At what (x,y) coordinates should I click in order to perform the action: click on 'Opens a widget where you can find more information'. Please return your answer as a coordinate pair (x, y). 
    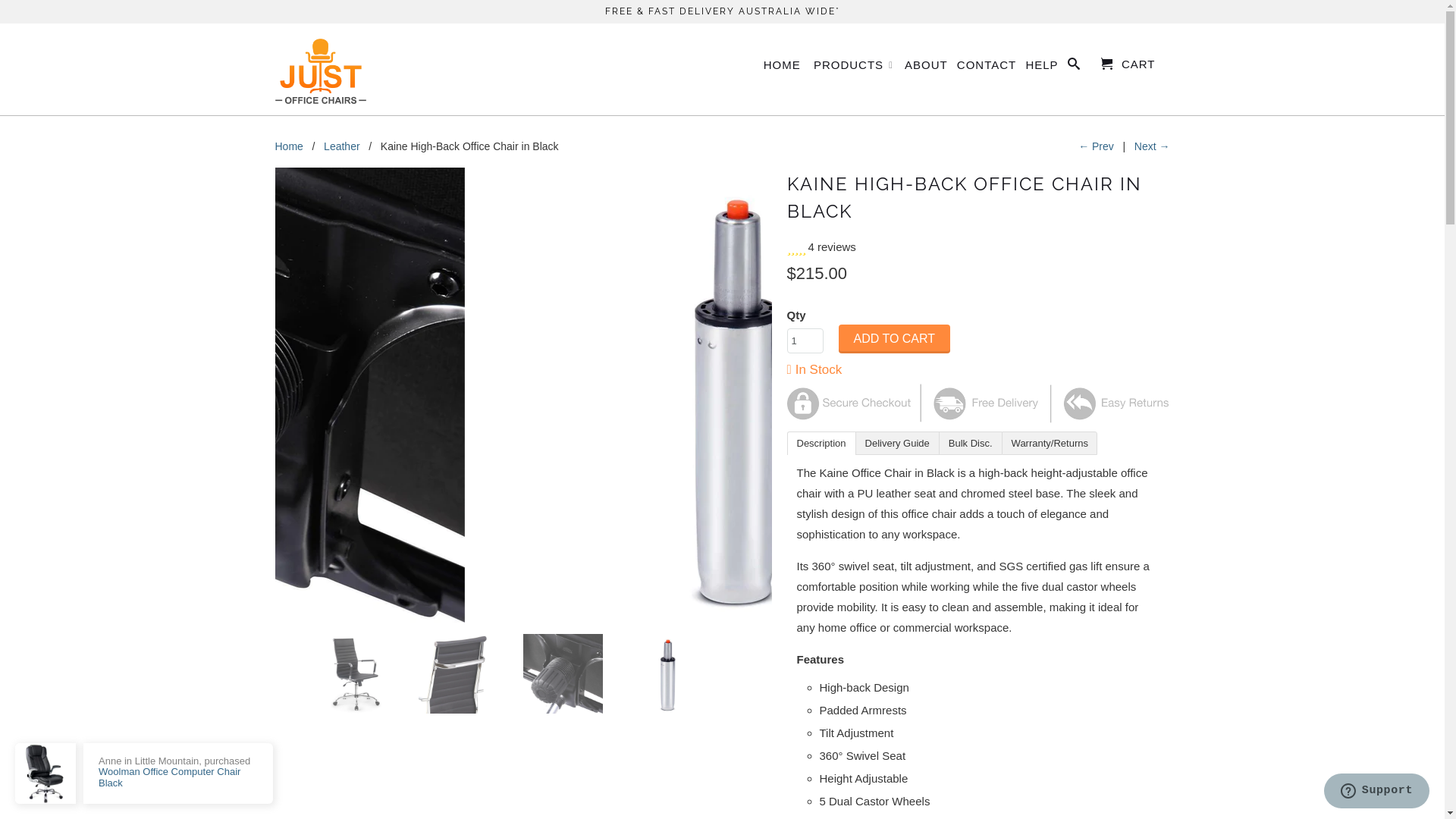
    Looking at the image, I should click on (1323, 792).